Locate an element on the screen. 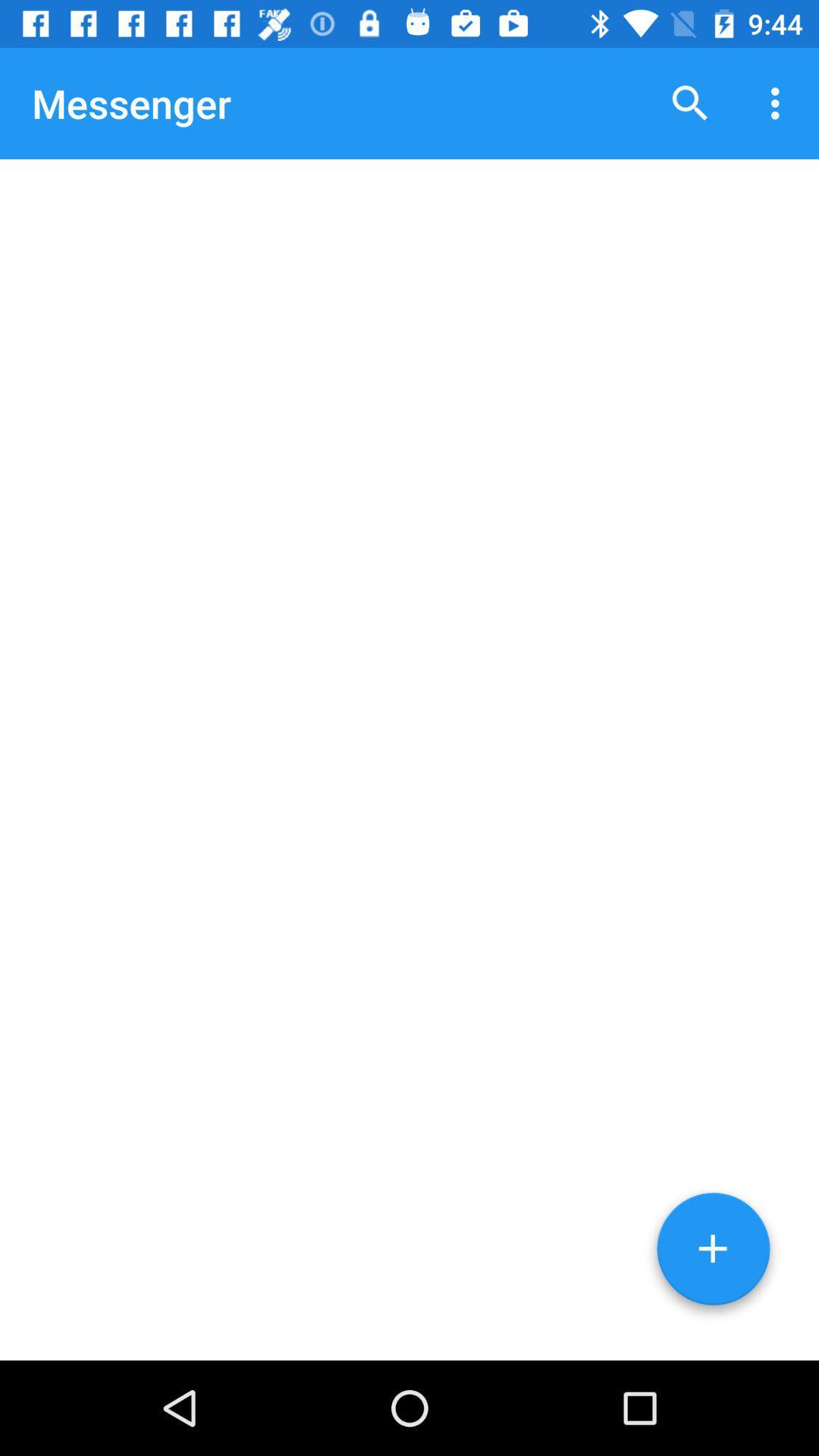 This screenshot has width=819, height=1456. item at the bottom right corner is located at coordinates (713, 1254).